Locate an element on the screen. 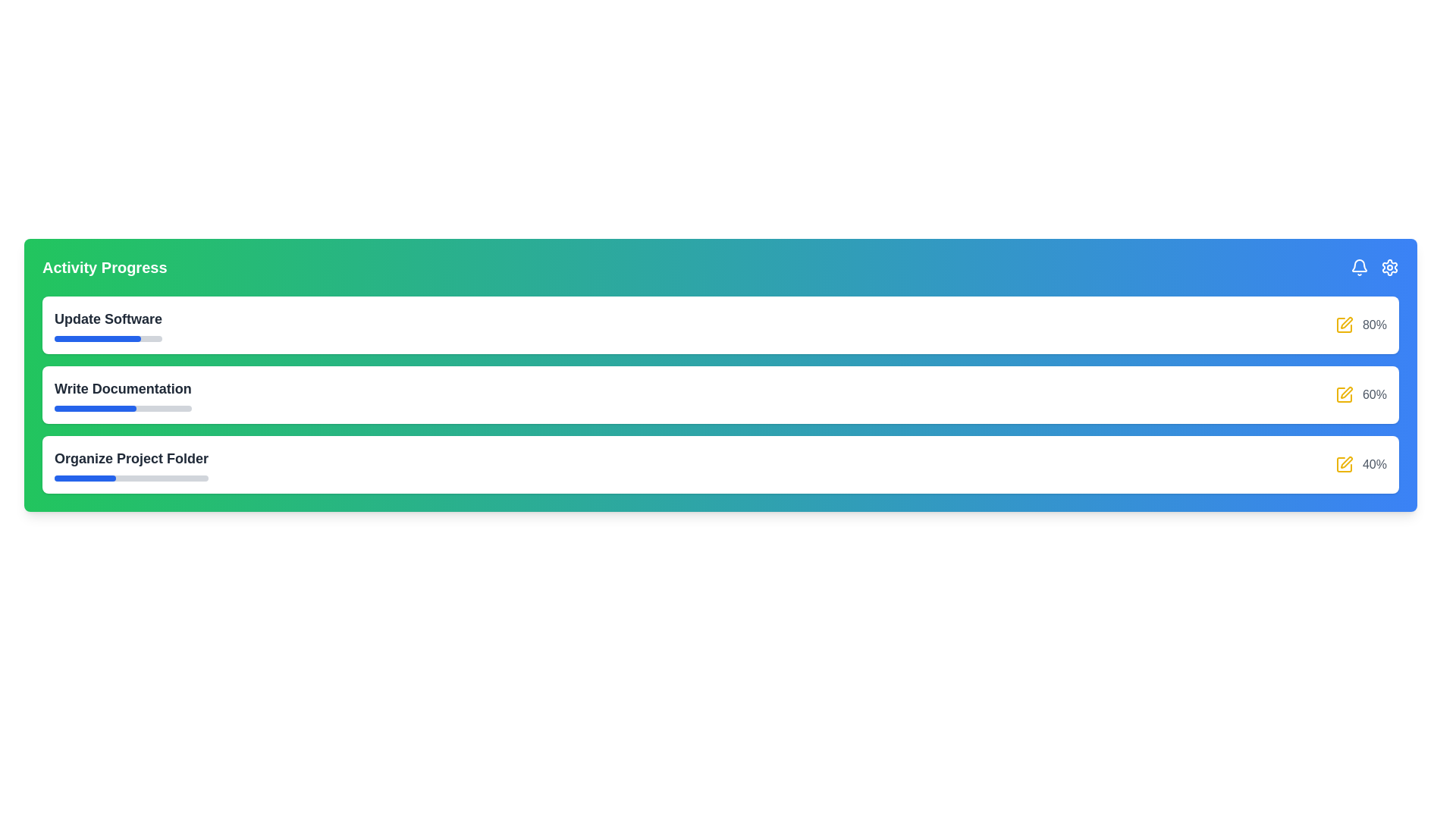 The height and width of the screenshot is (819, 1456). progress value of the task titled 'Organize Project Folder' which is located in the third row of tasks, below 'Write Documentation' is located at coordinates (131, 464).